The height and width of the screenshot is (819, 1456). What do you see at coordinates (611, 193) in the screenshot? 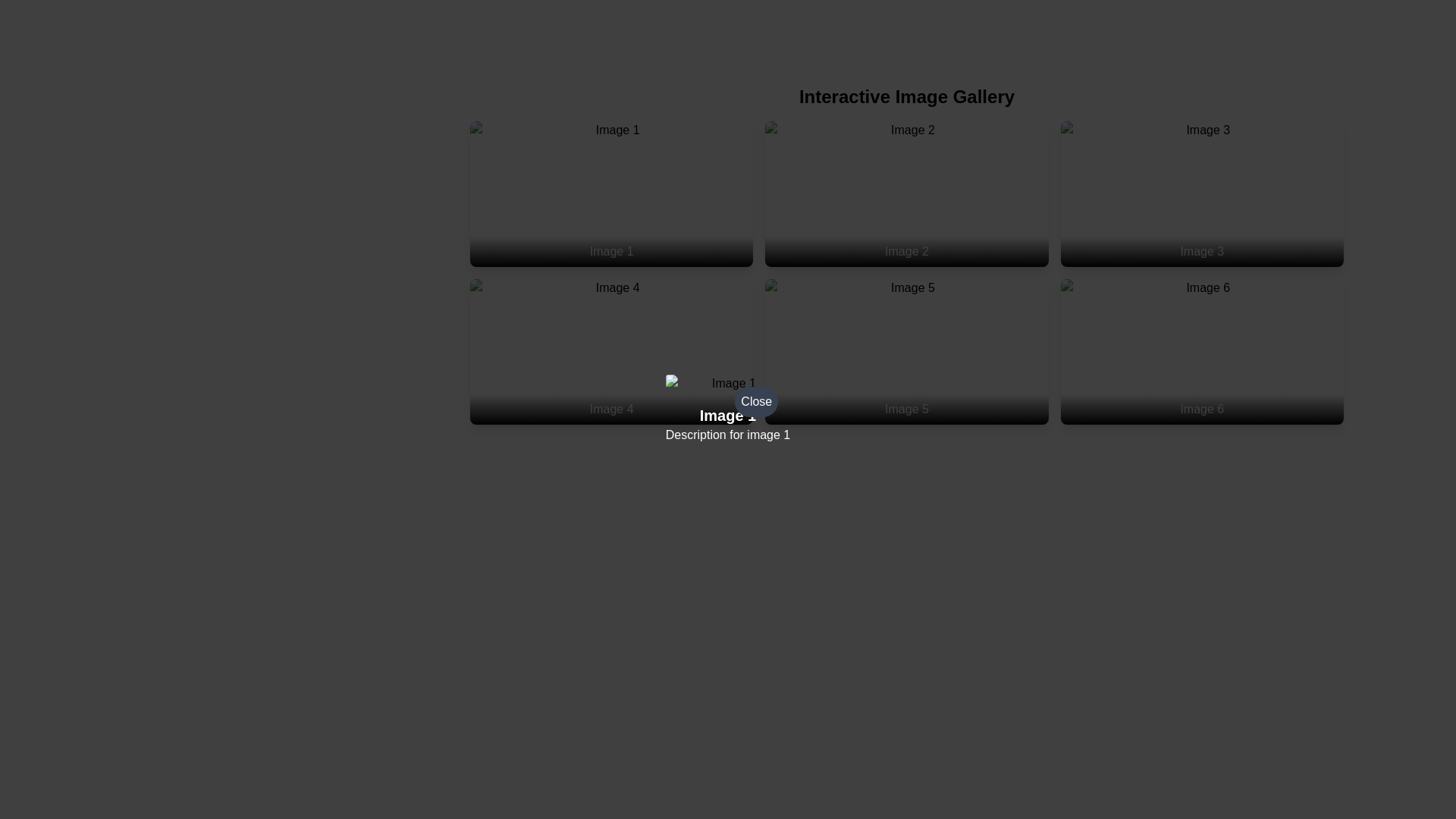
I see `the first Image card, which is a rectangular card with rounded corners displaying 'Image 1' at the bottom, to interact with it` at bounding box center [611, 193].